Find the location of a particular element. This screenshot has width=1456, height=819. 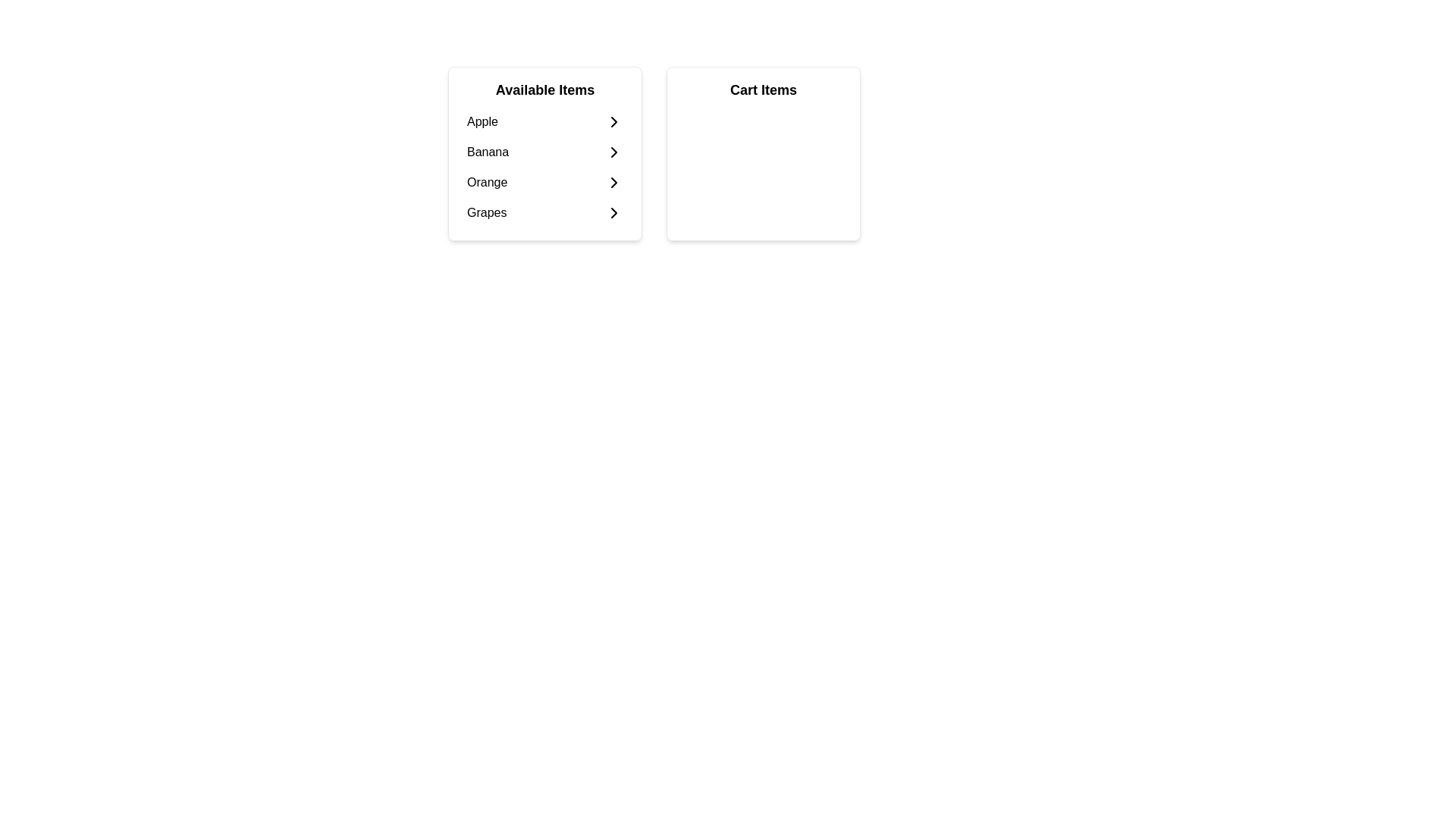

the right-pointing chevron icon that is styled with a black stroke on a white background next to the text 'Banana' in the 'Available Items' section is located at coordinates (614, 152).